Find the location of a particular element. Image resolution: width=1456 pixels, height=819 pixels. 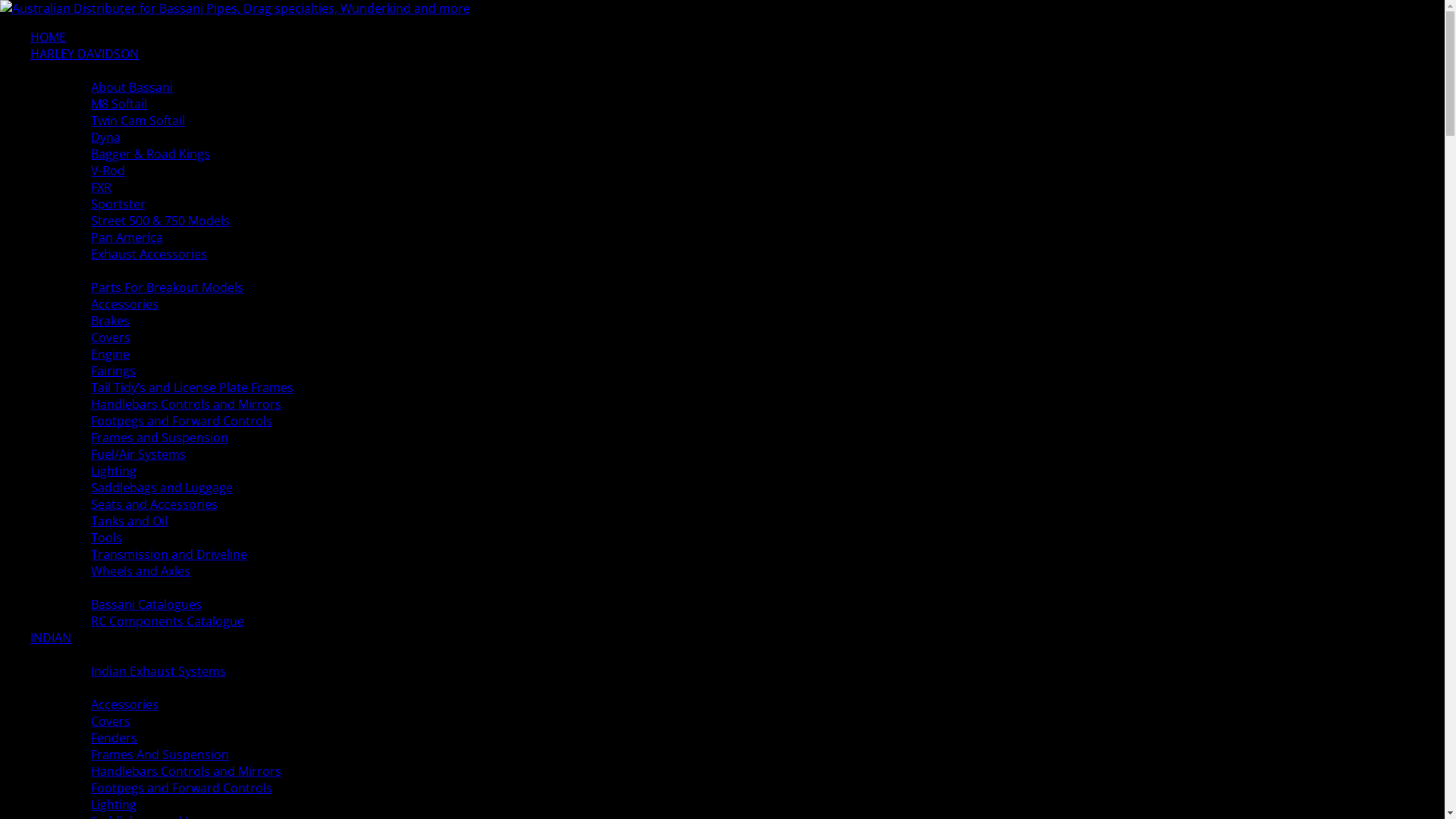

'Handlebars Controls and Mirrors' is located at coordinates (185, 771).